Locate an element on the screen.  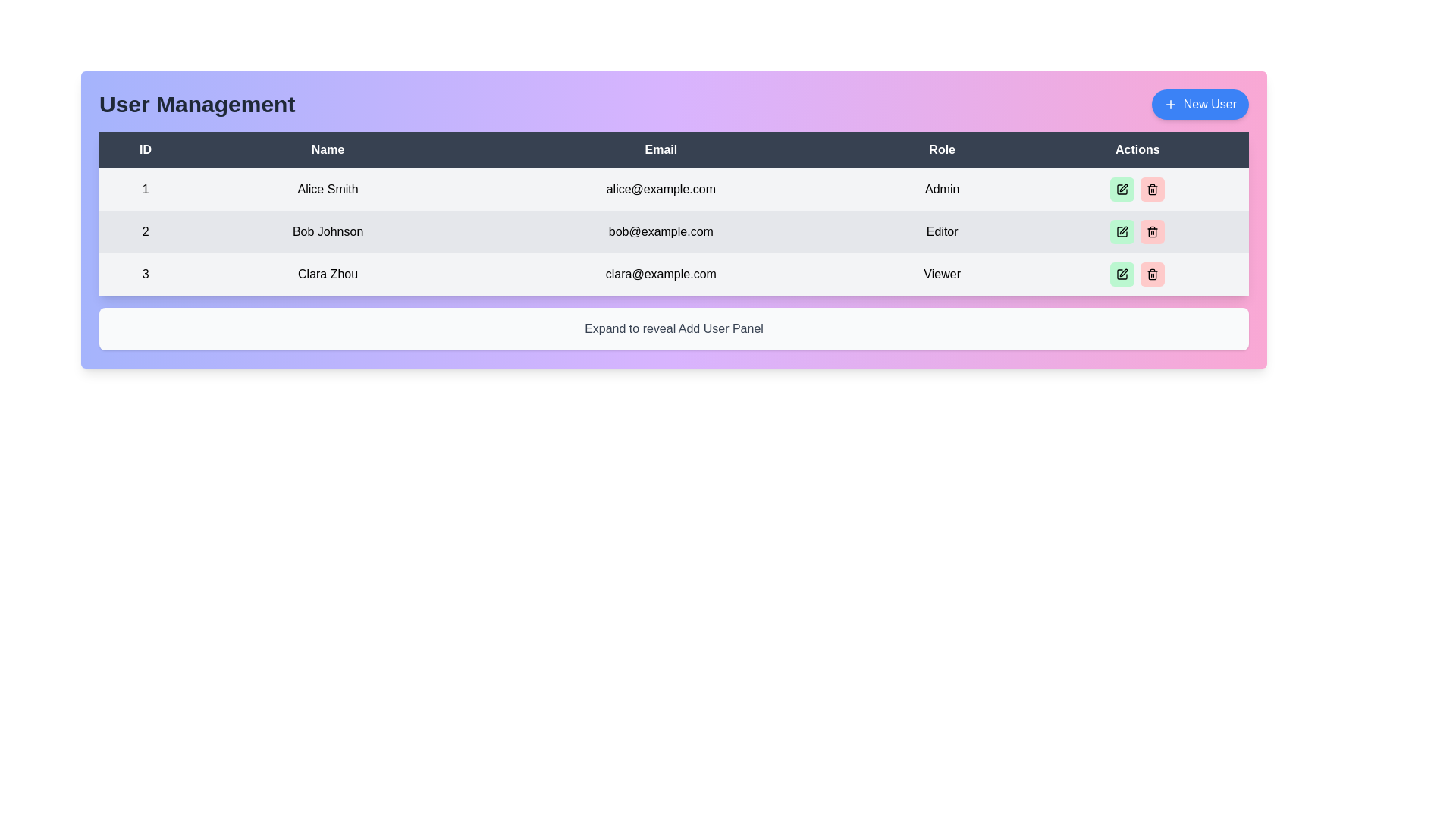
the label displaying the name of an individual in the second row of the table under the 'Name' column is located at coordinates (327, 231).